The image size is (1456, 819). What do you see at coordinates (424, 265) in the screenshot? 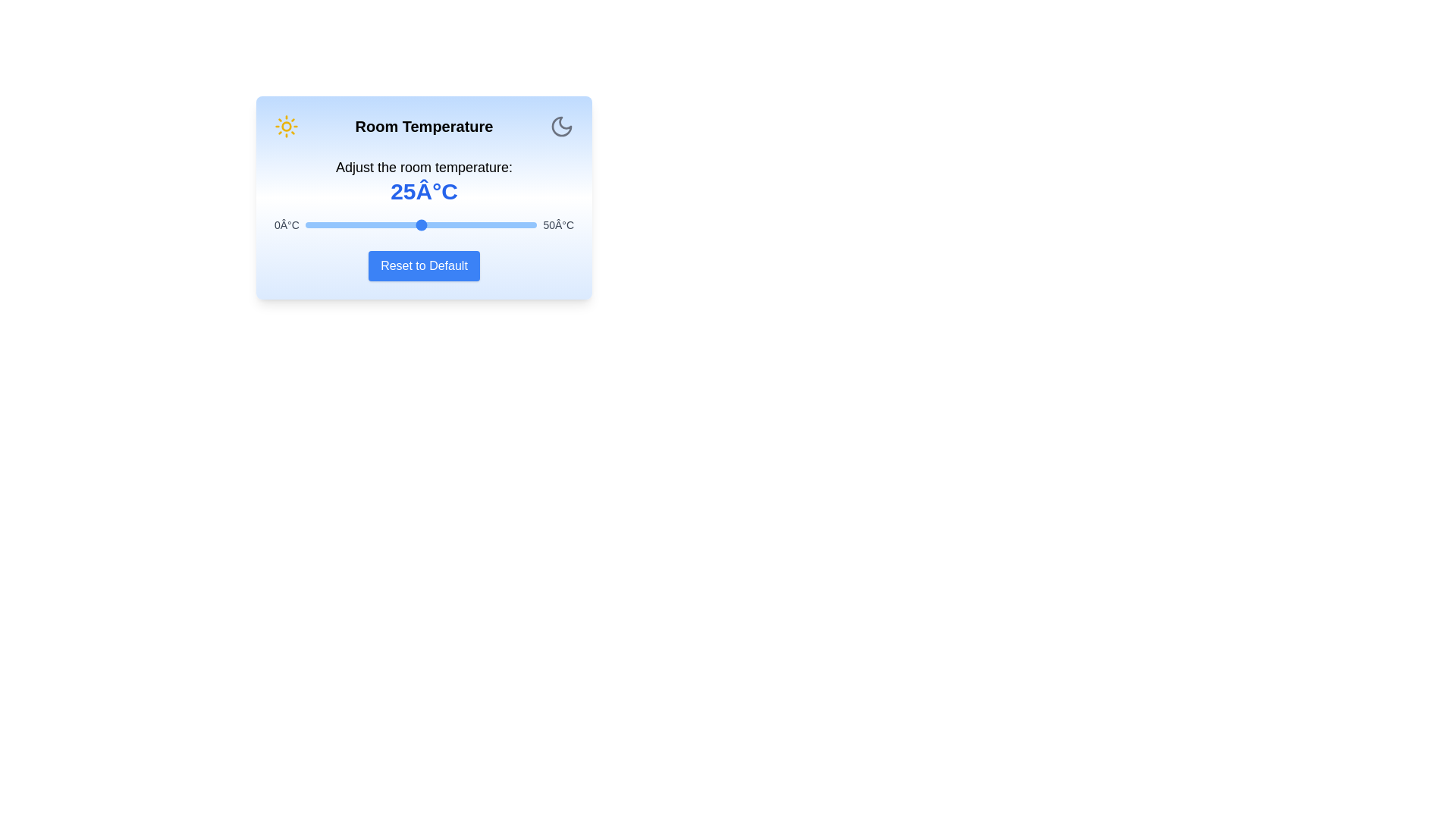
I see `'Reset to Default' button to reset the temperature` at bounding box center [424, 265].